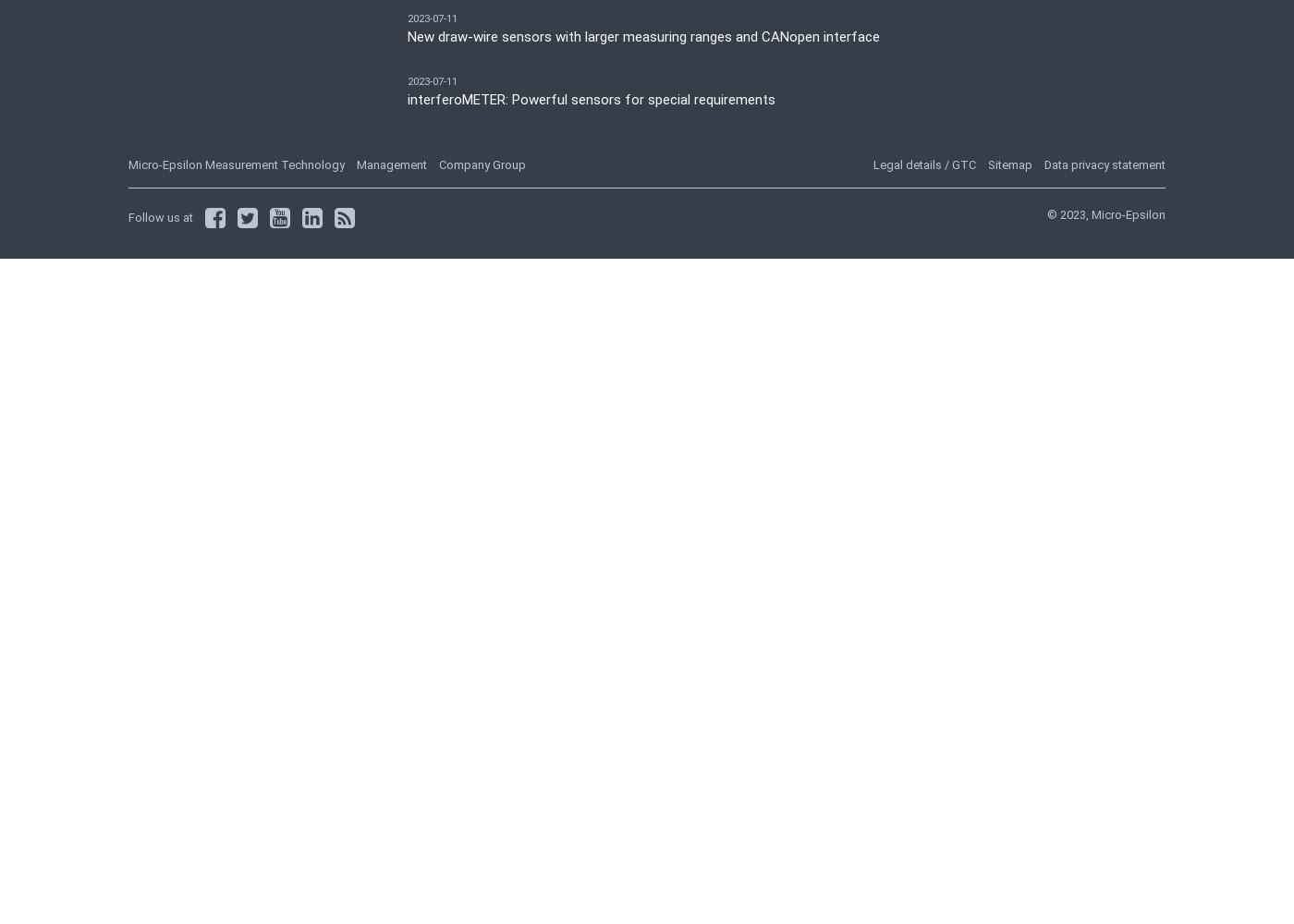  I want to click on 'Data privacy statement', so click(1105, 164).